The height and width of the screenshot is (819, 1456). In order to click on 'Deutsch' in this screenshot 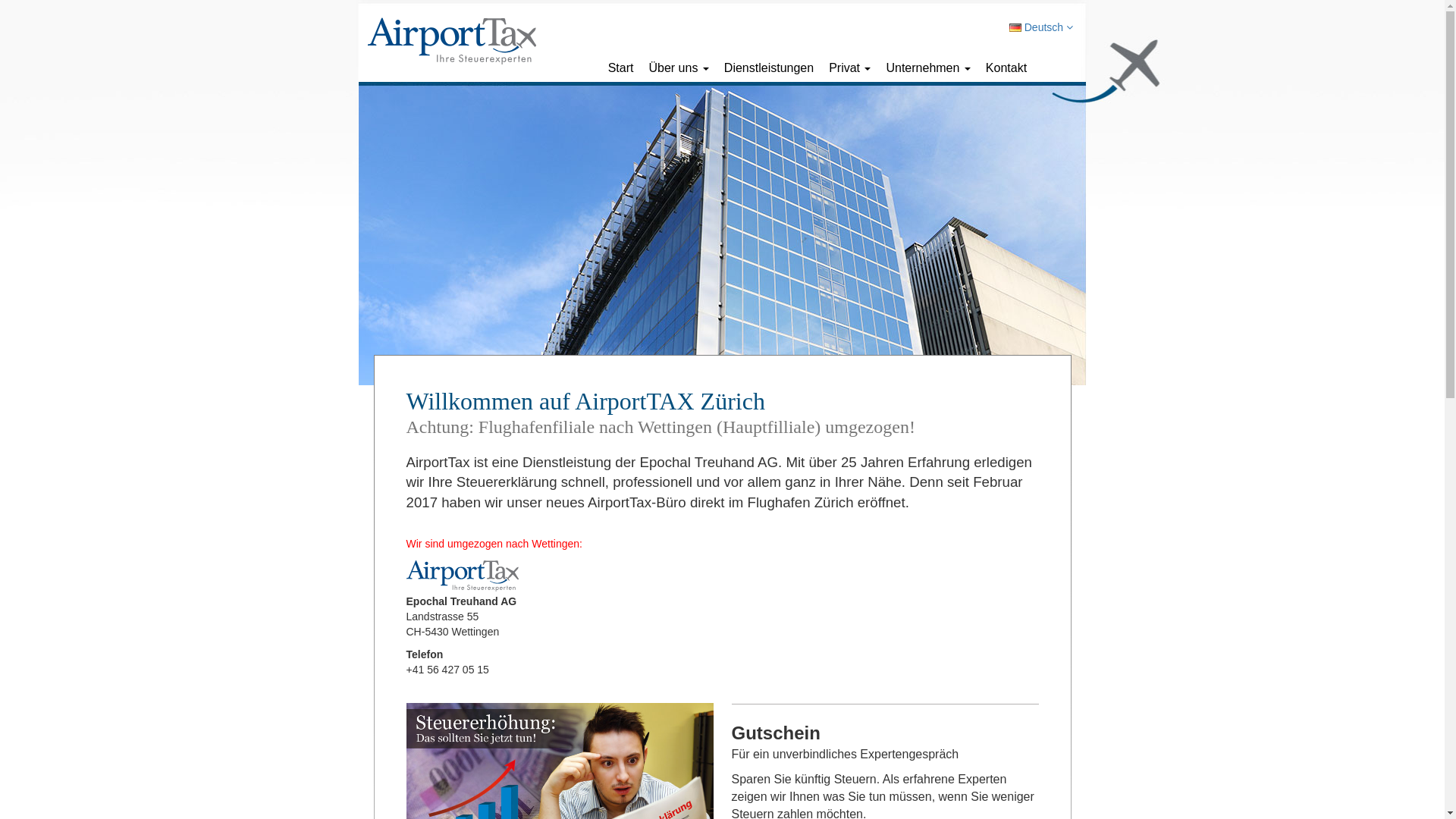, I will do `click(1040, 27)`.